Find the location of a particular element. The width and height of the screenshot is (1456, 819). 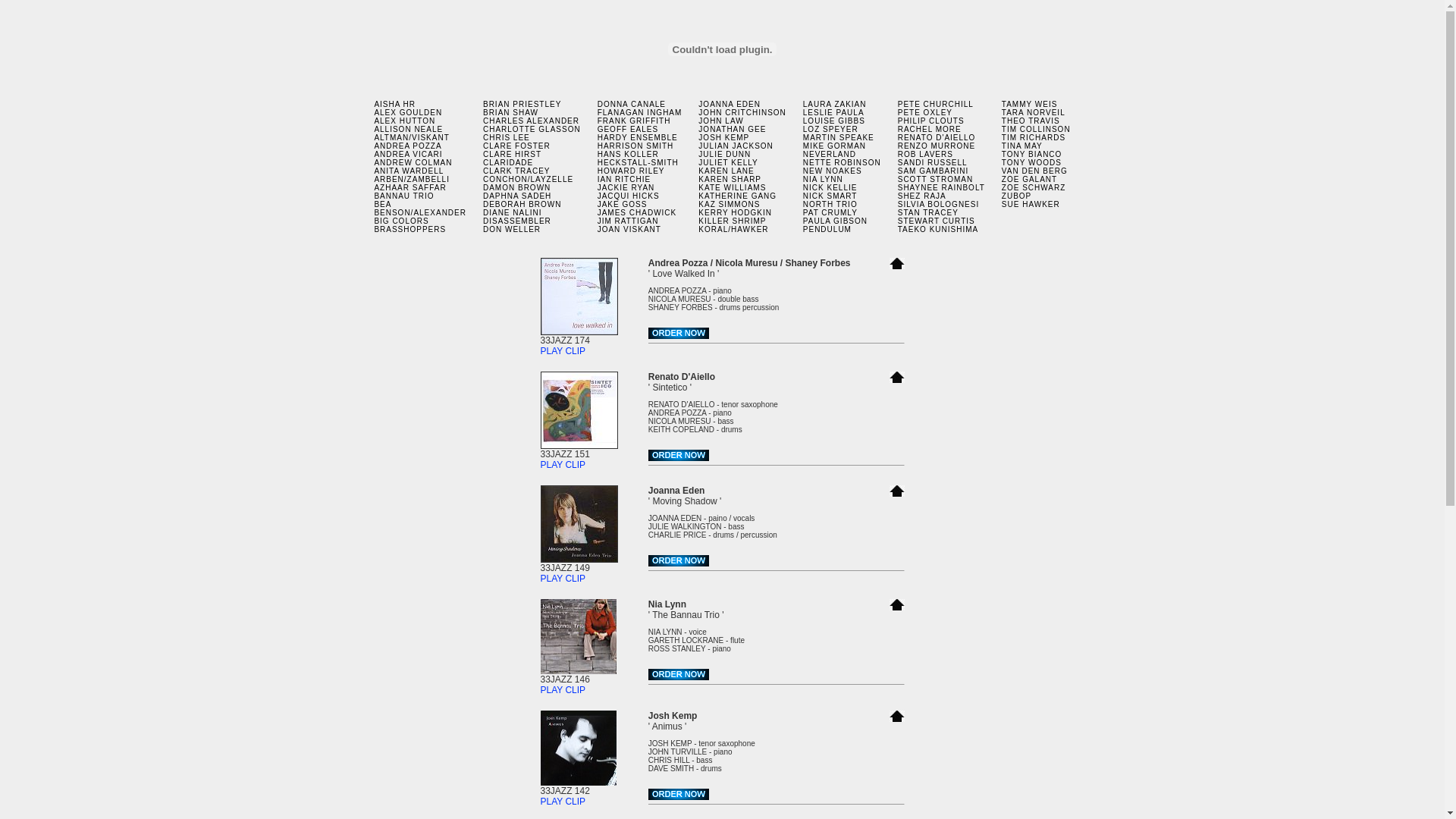

'KAZ SIMMONS' is located at coordinates (729, 203).